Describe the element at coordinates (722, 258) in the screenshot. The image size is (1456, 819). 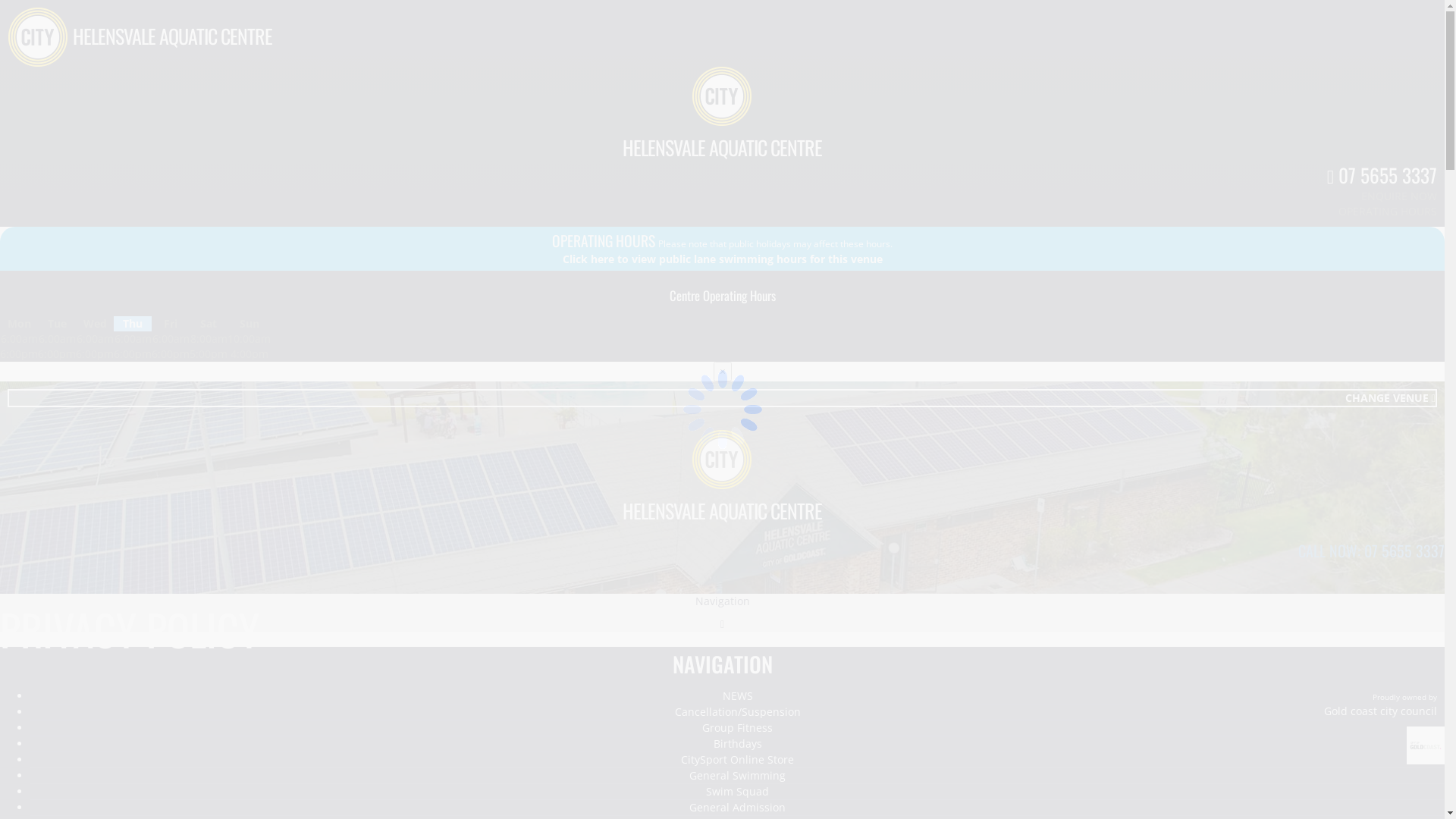
I see `'Click here to view public lane swimming hours for this venue'` at that location.